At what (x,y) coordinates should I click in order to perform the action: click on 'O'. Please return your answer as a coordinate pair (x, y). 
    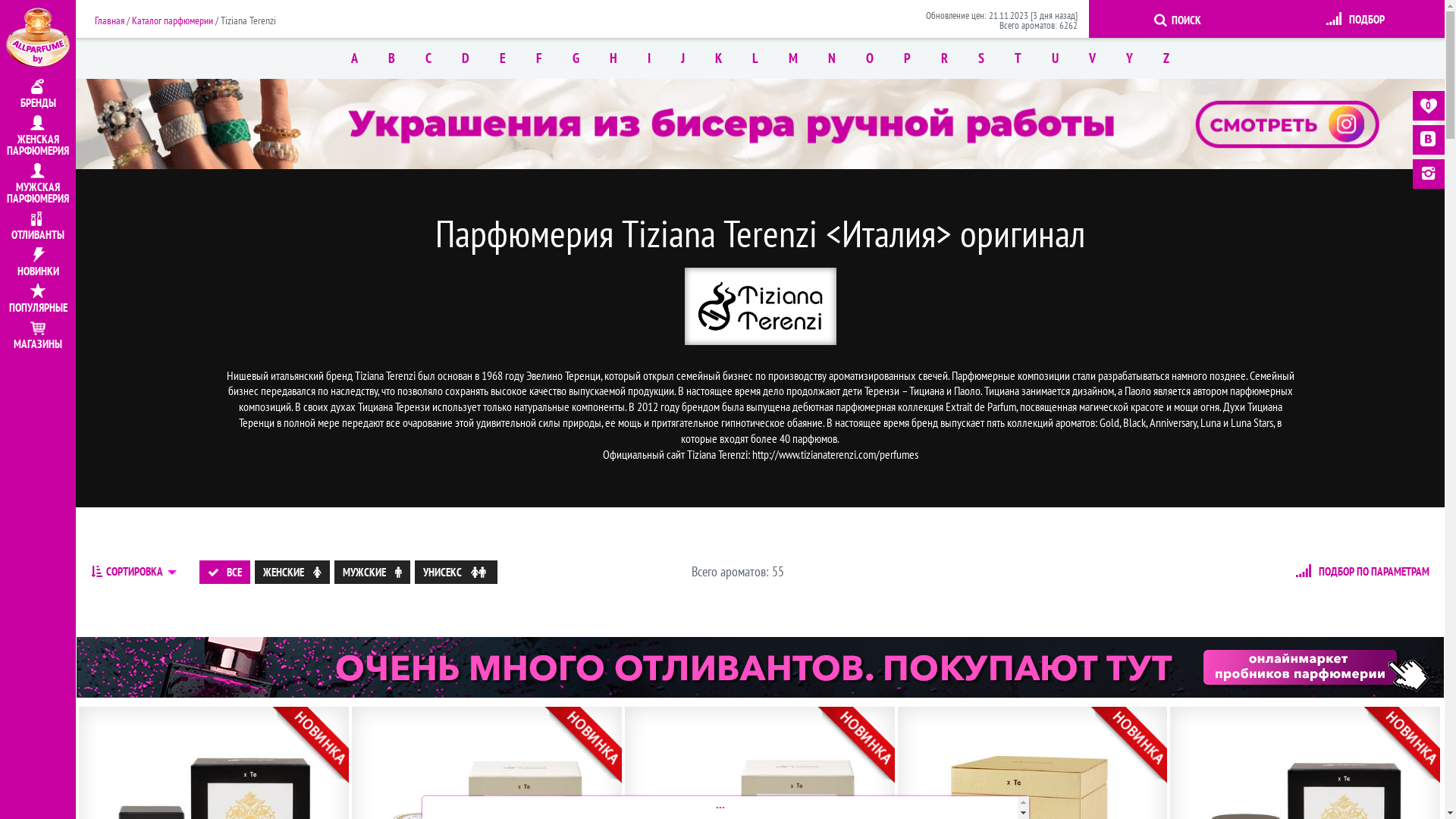
    Looking at the image, I should click on (851, 58).